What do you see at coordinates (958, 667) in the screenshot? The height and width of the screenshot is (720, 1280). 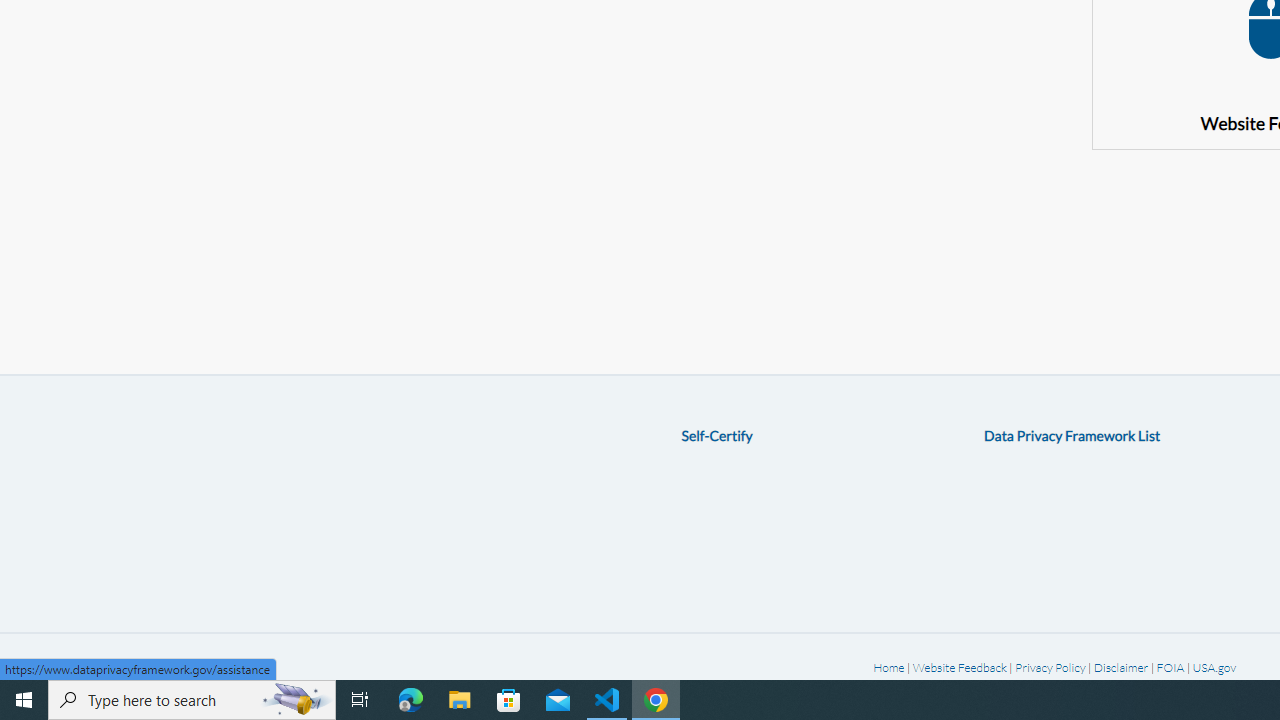 I see `'Website Feedback'` at bounding box center [958, 667].